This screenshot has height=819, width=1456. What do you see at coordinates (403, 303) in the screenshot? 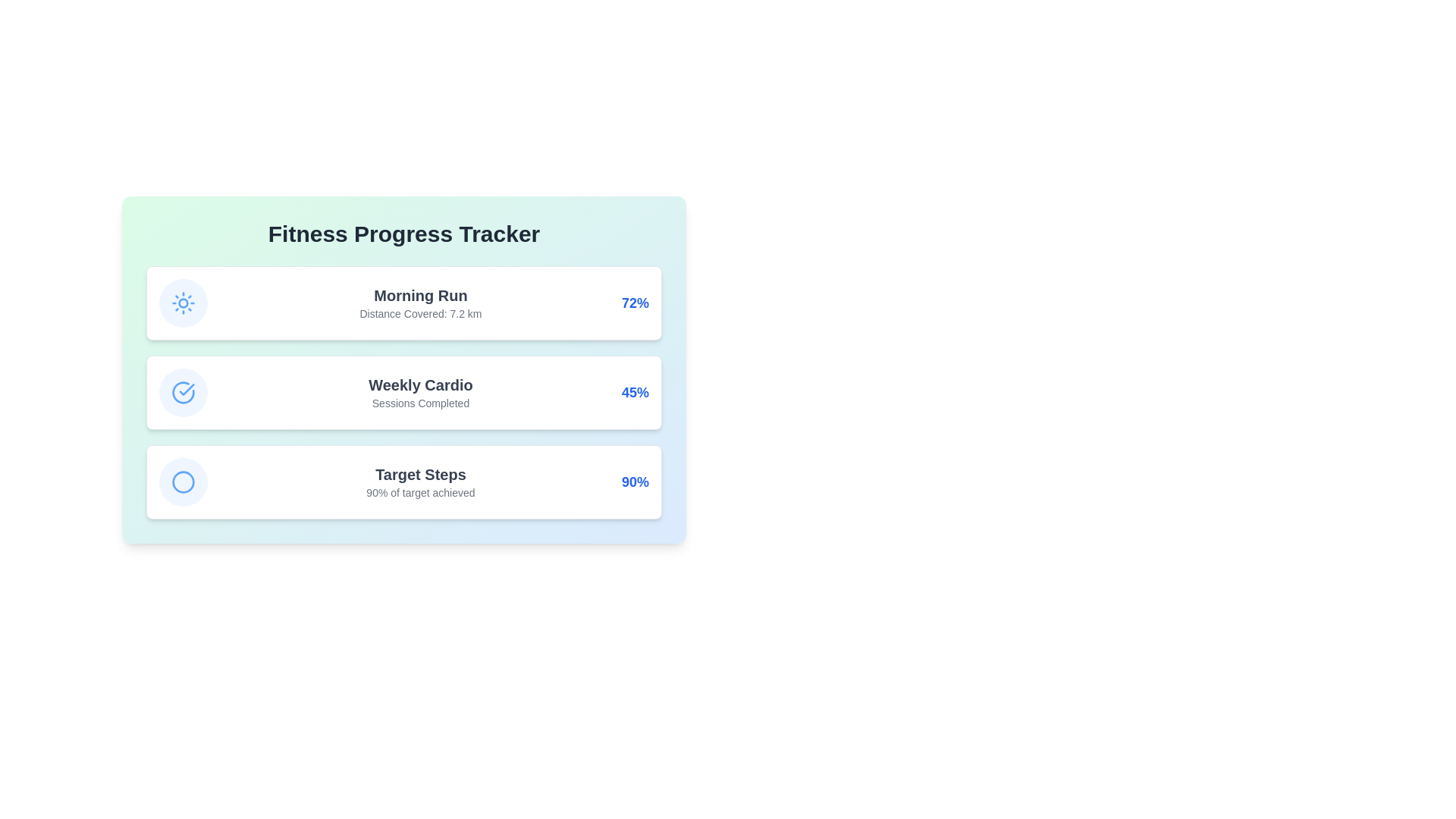
I see `the Information Card that summarizes the morning run fitness activity in the 'Fitness Progress Tracker' section` at bounding box center [403, 303].